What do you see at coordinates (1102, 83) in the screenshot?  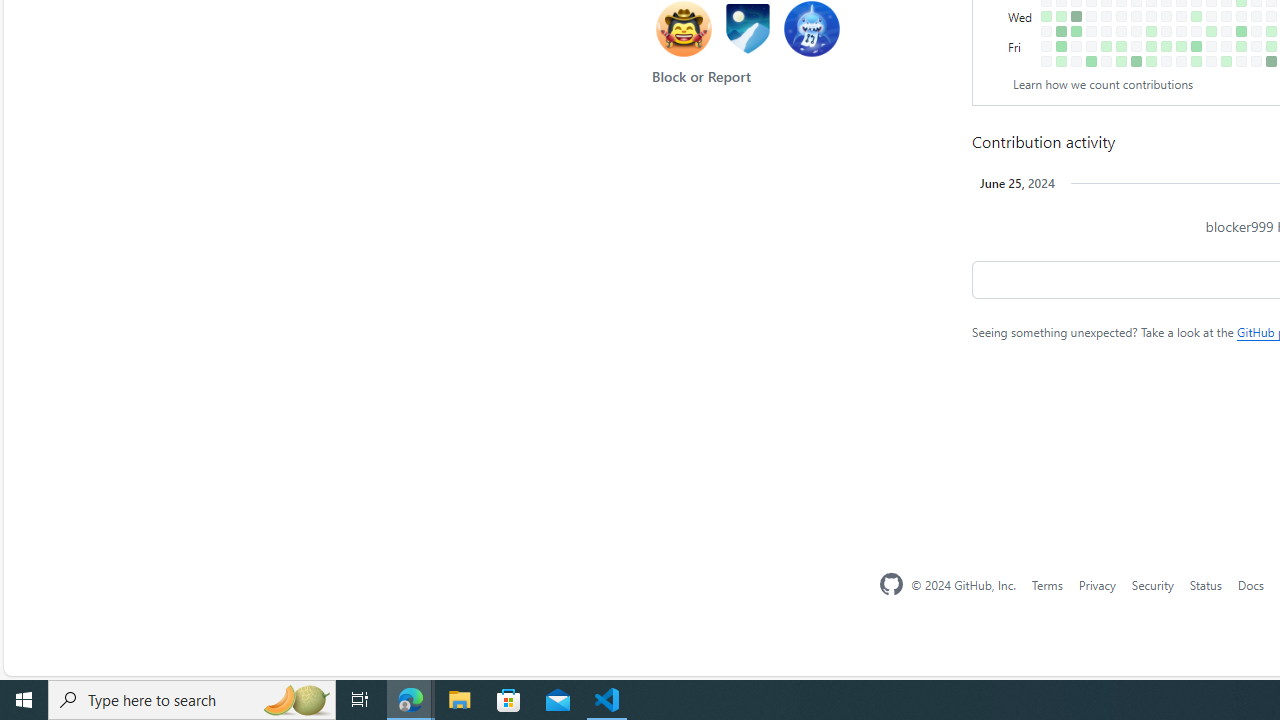 I see `'Learn how we count contributions'` at bounding box center [1102, 83].